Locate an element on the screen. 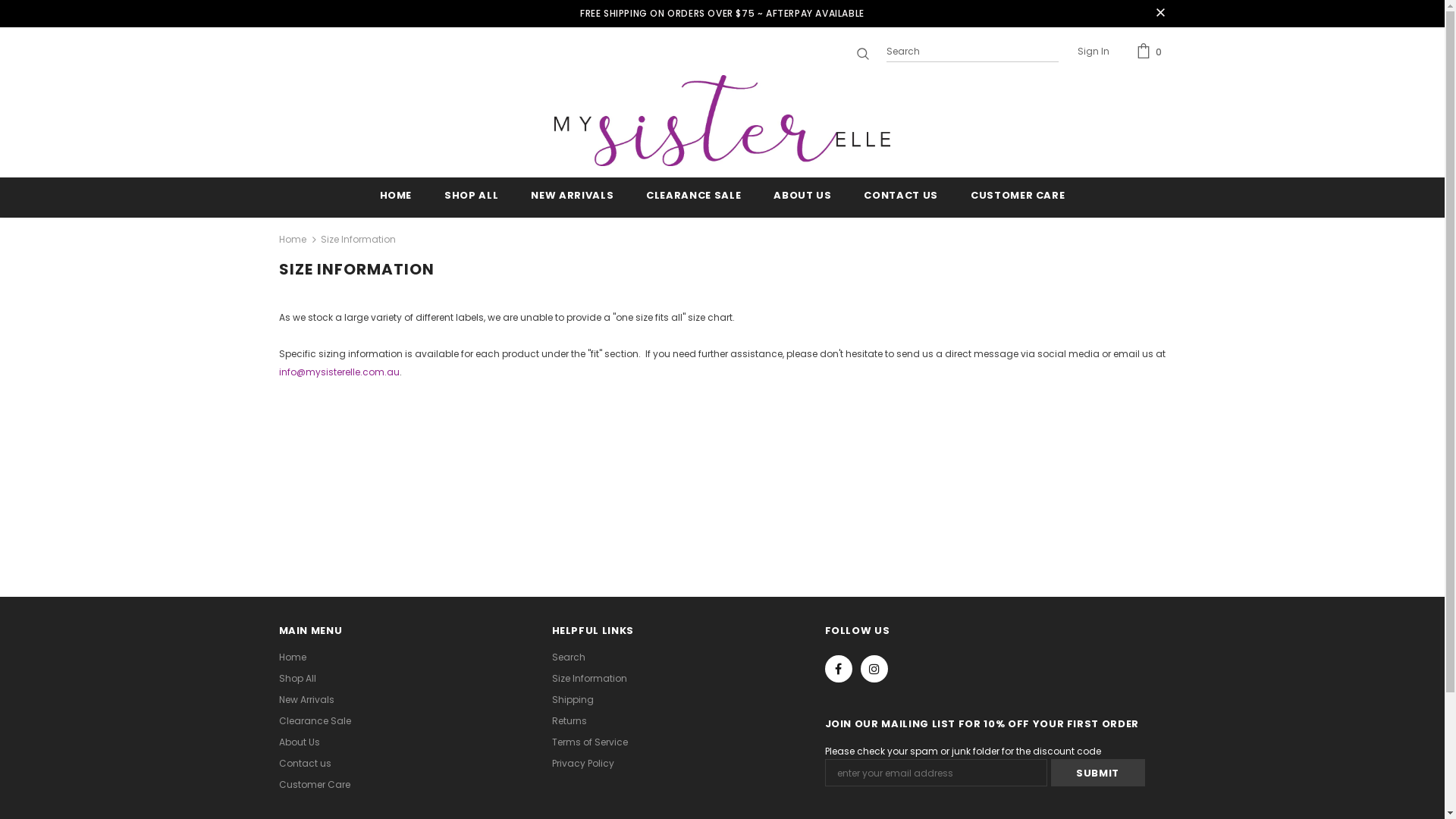  'CLEARANCE SALE' is located at coordinates (645, 196).